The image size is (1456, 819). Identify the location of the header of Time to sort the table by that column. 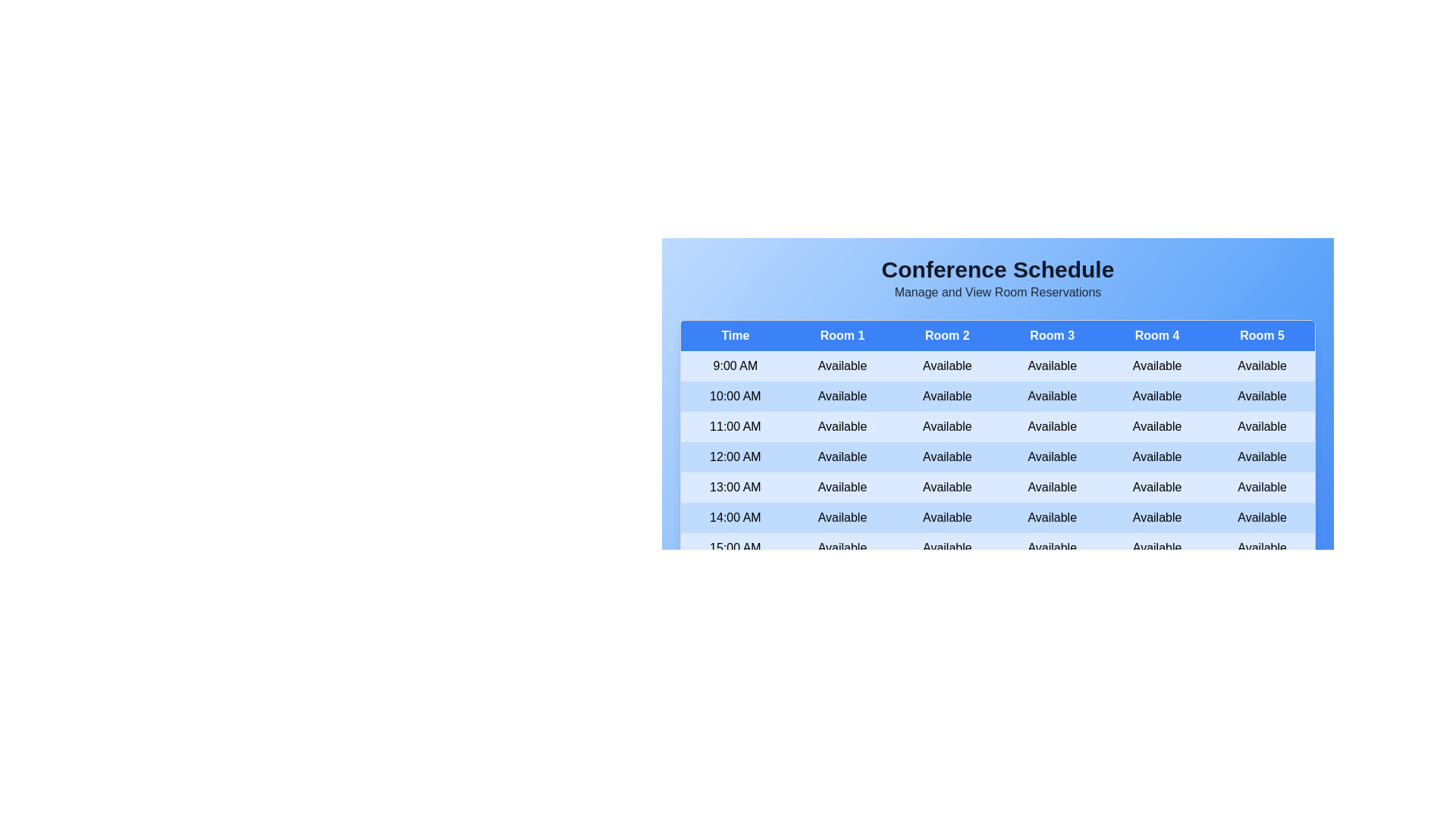
(735, 334).